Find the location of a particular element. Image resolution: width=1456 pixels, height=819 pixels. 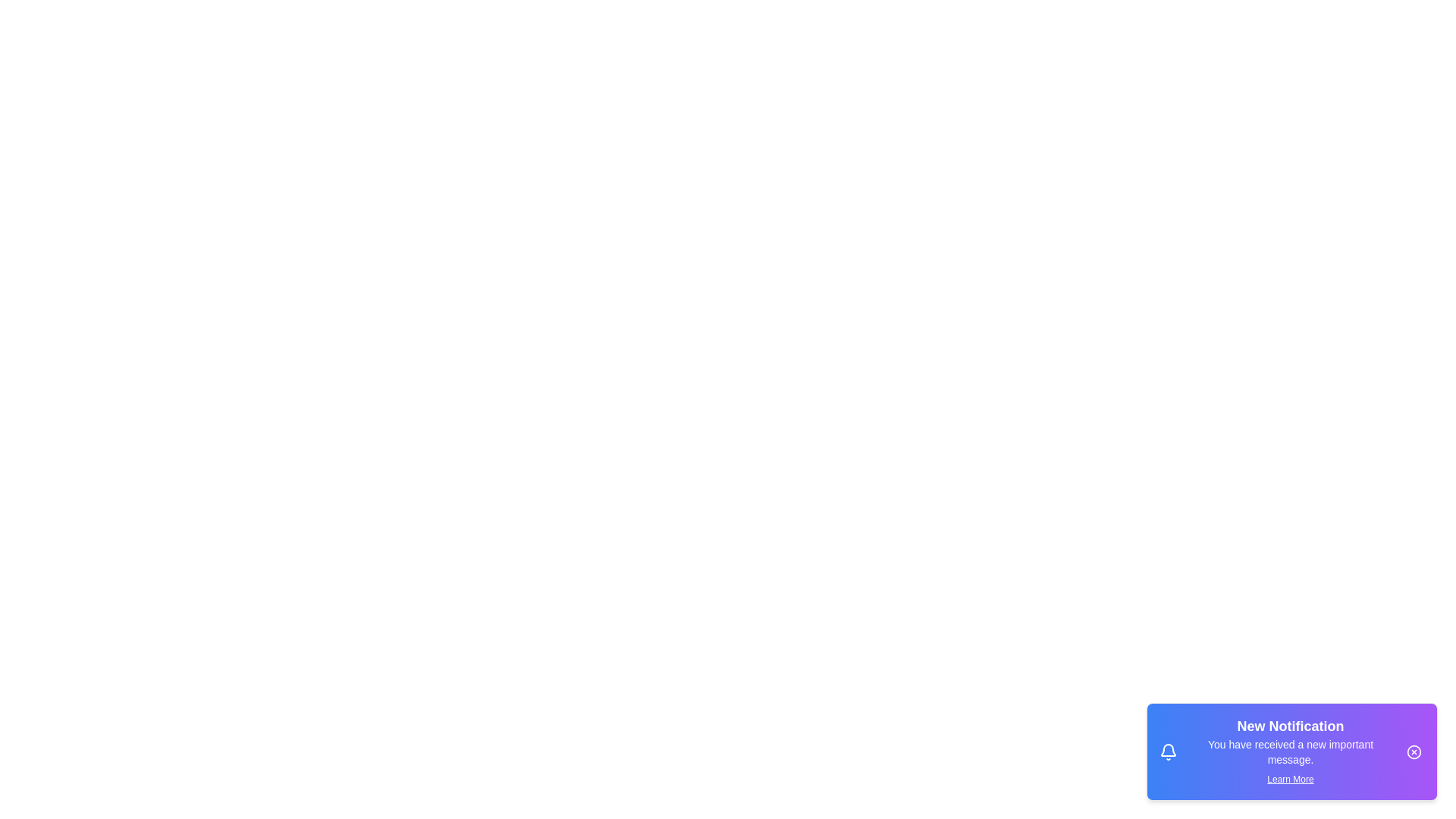

close button on the notification is located at coordinates (1414, 752).